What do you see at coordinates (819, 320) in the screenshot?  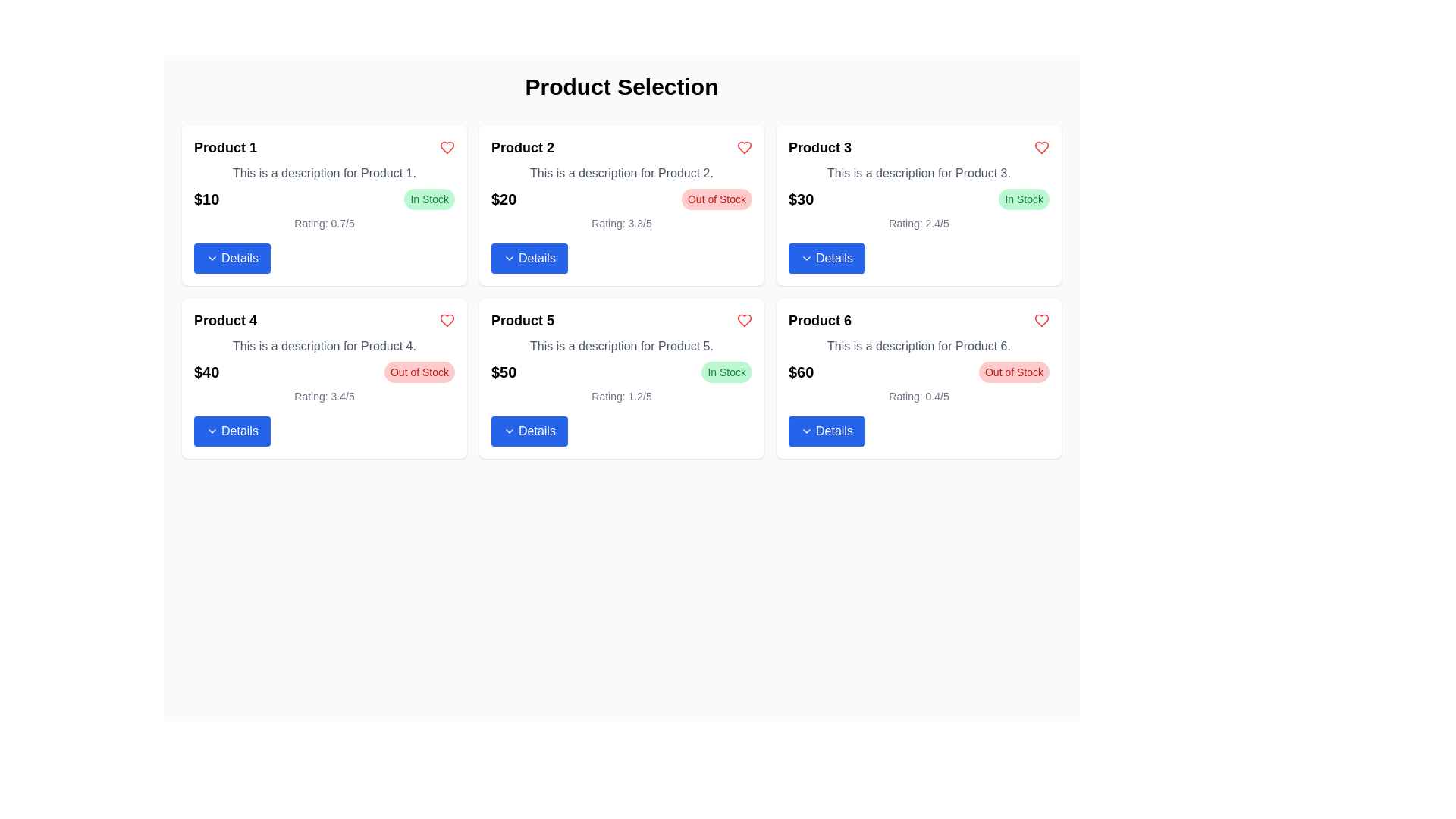 I see `text label that presents the product's title, specifically identifying 'Product 6' within the card layout` at bounding box center [819, 320].